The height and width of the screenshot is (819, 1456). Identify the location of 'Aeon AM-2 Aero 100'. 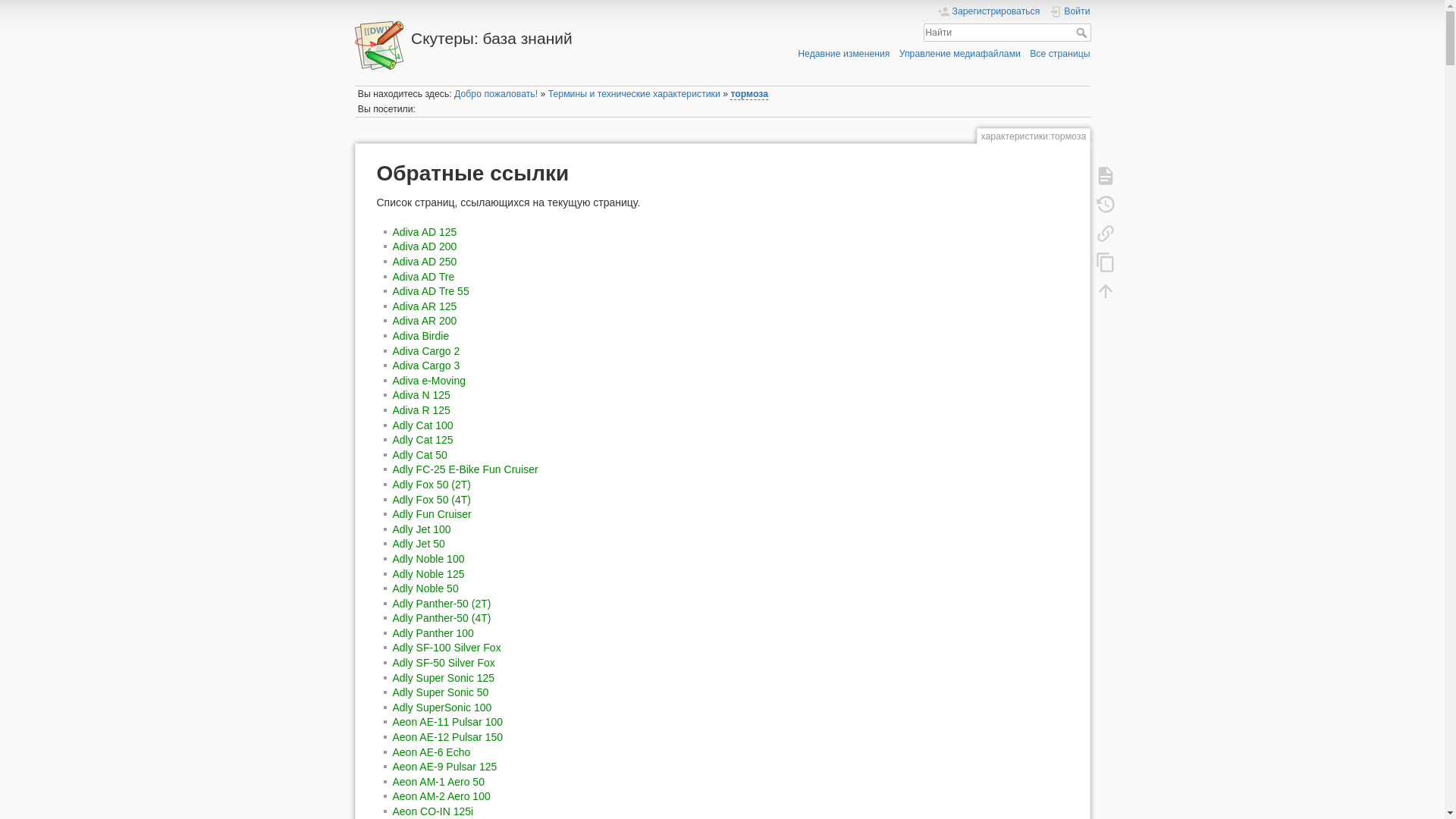
(393, 795).